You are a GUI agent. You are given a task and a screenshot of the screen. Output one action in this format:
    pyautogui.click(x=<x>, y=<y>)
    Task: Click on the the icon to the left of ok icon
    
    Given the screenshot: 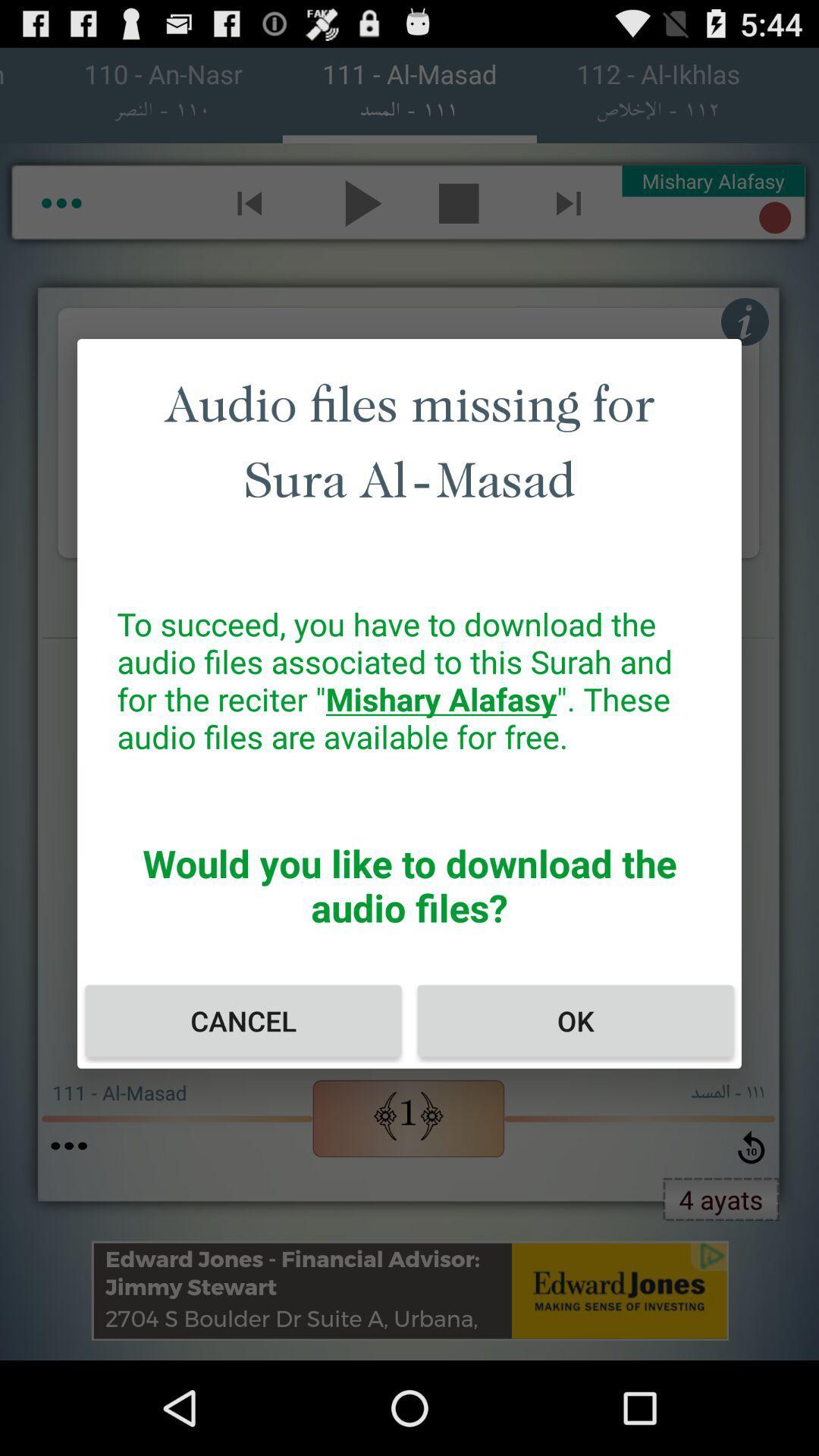 What is the action you would take?
    pyautogui.click(x=242, y=1021)
    